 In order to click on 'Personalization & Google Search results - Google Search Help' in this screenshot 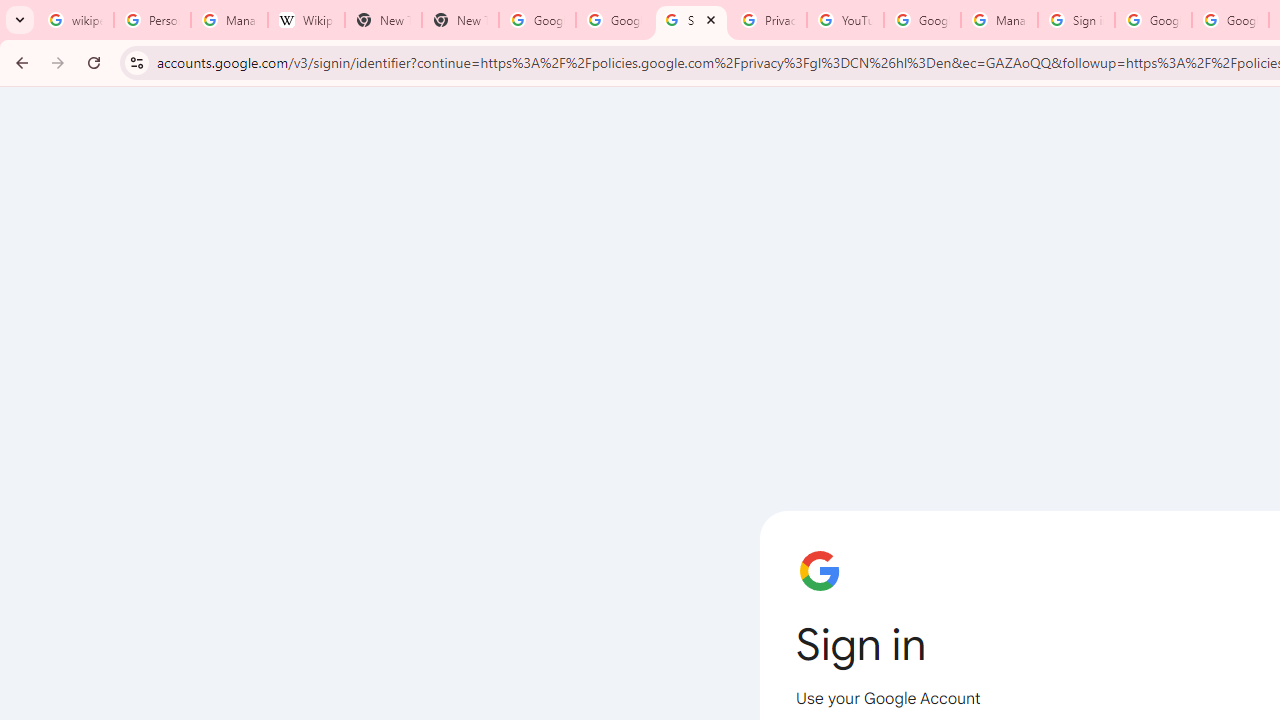, I will do `click(151, 20)`.